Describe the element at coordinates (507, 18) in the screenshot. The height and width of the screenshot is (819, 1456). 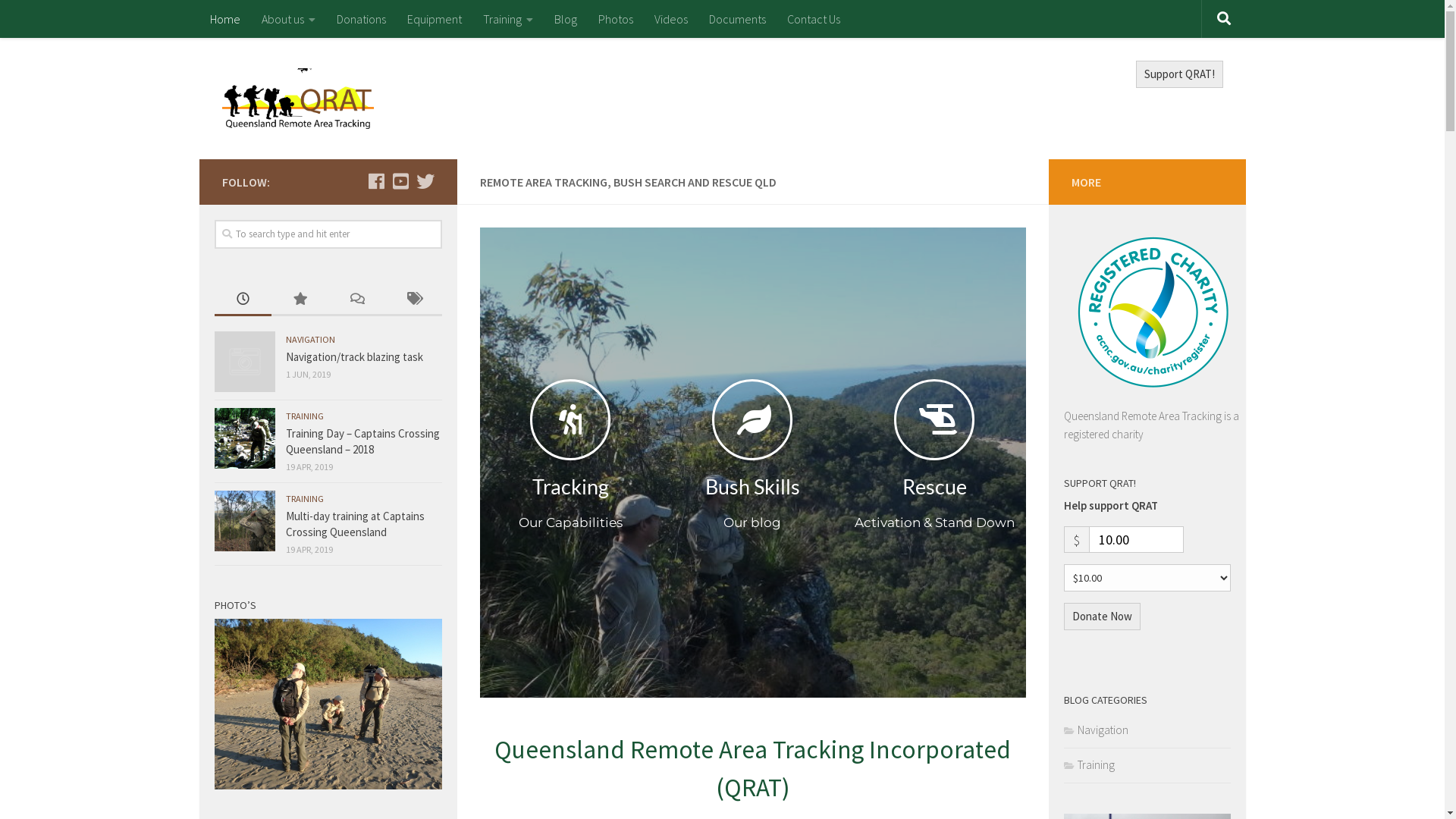
I see `'Training'` at that location.